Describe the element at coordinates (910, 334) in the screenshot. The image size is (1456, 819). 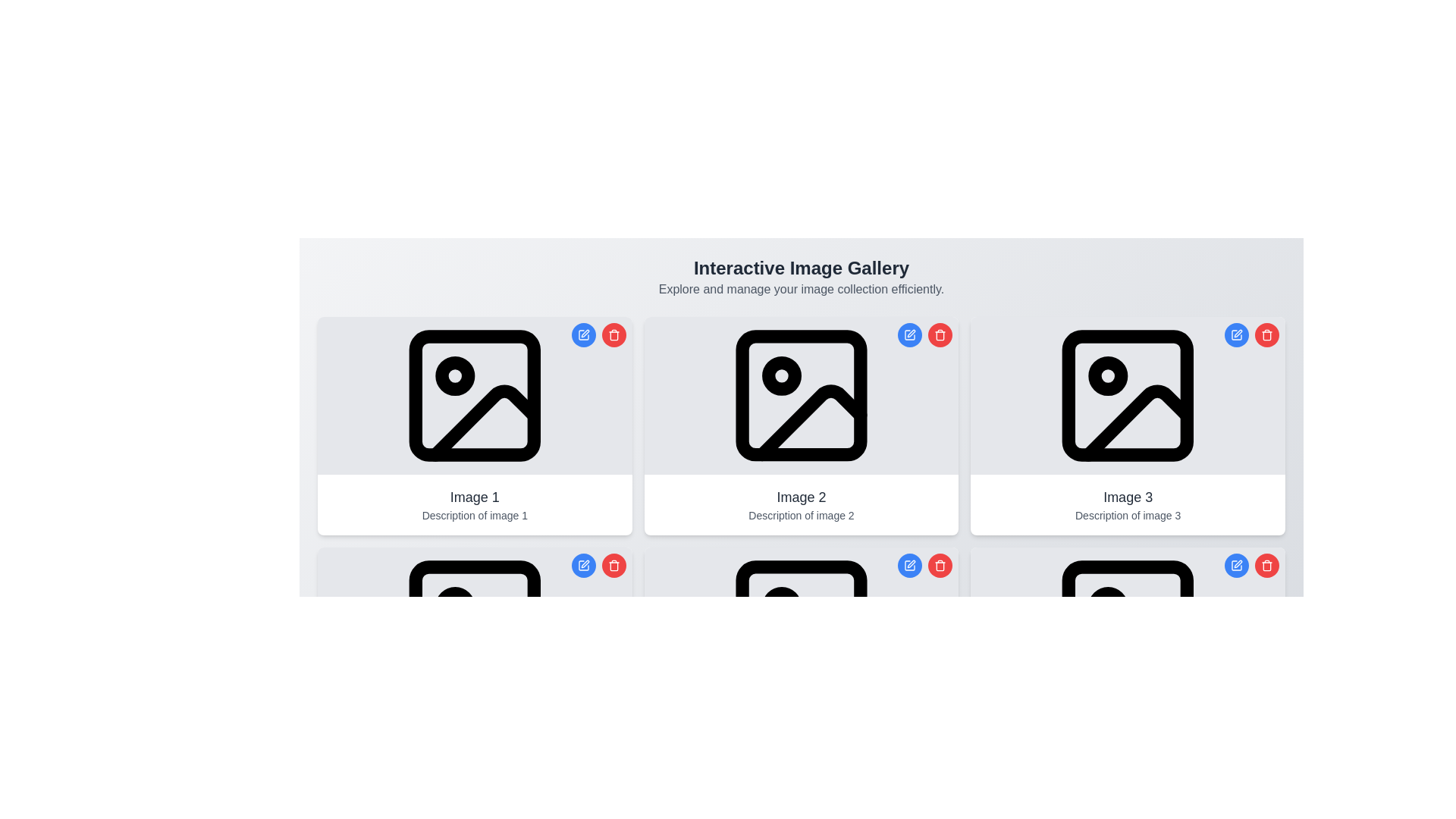
I see `the editing button located in the top-right corner of the card for the 'Image 2' entry` at that location.